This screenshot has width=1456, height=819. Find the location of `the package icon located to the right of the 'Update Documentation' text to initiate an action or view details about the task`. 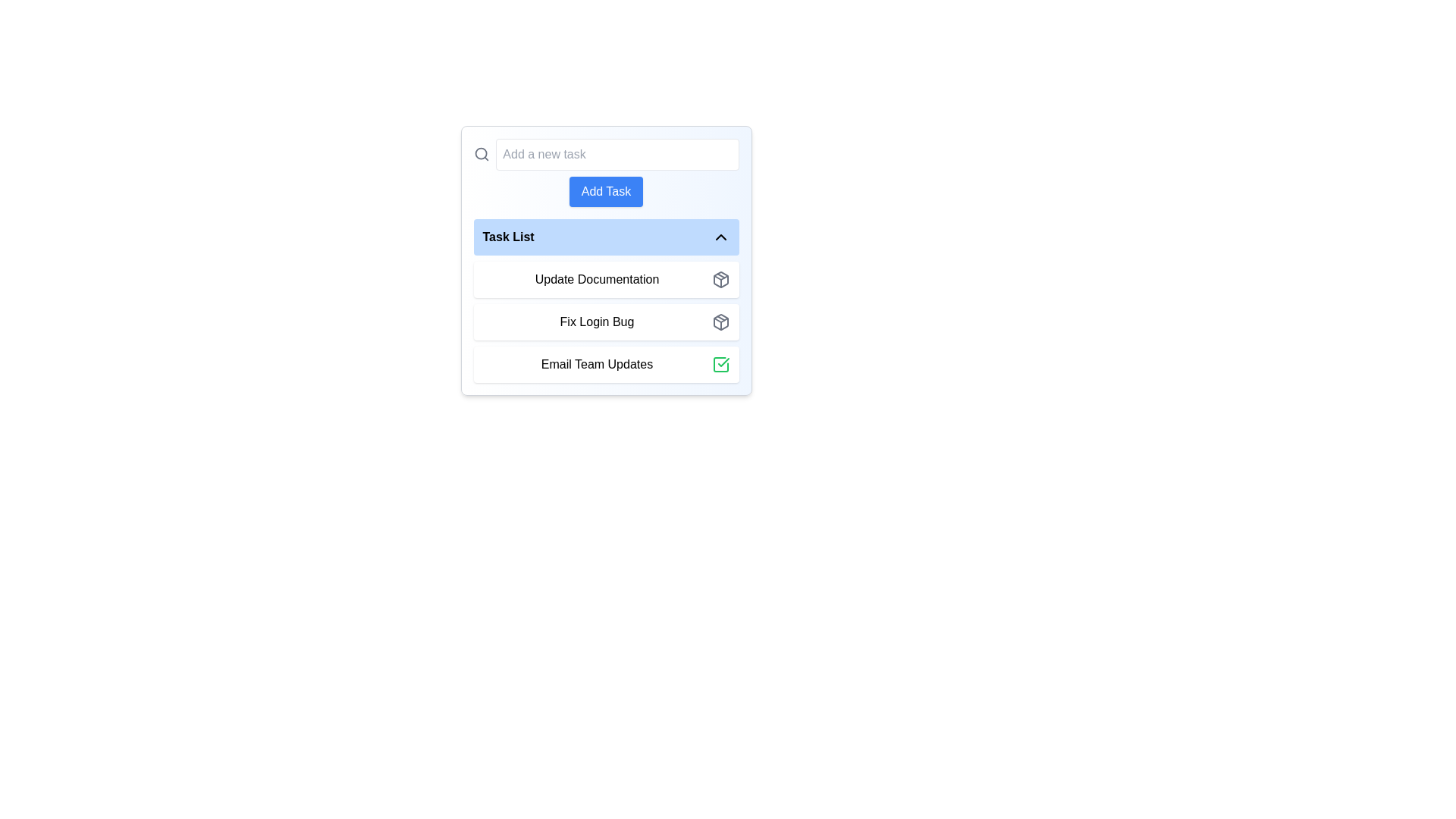

the package icon located to the right of the 'Update Documentation' text to initiate an action or view details about the task is located at coordinates (720, 280).